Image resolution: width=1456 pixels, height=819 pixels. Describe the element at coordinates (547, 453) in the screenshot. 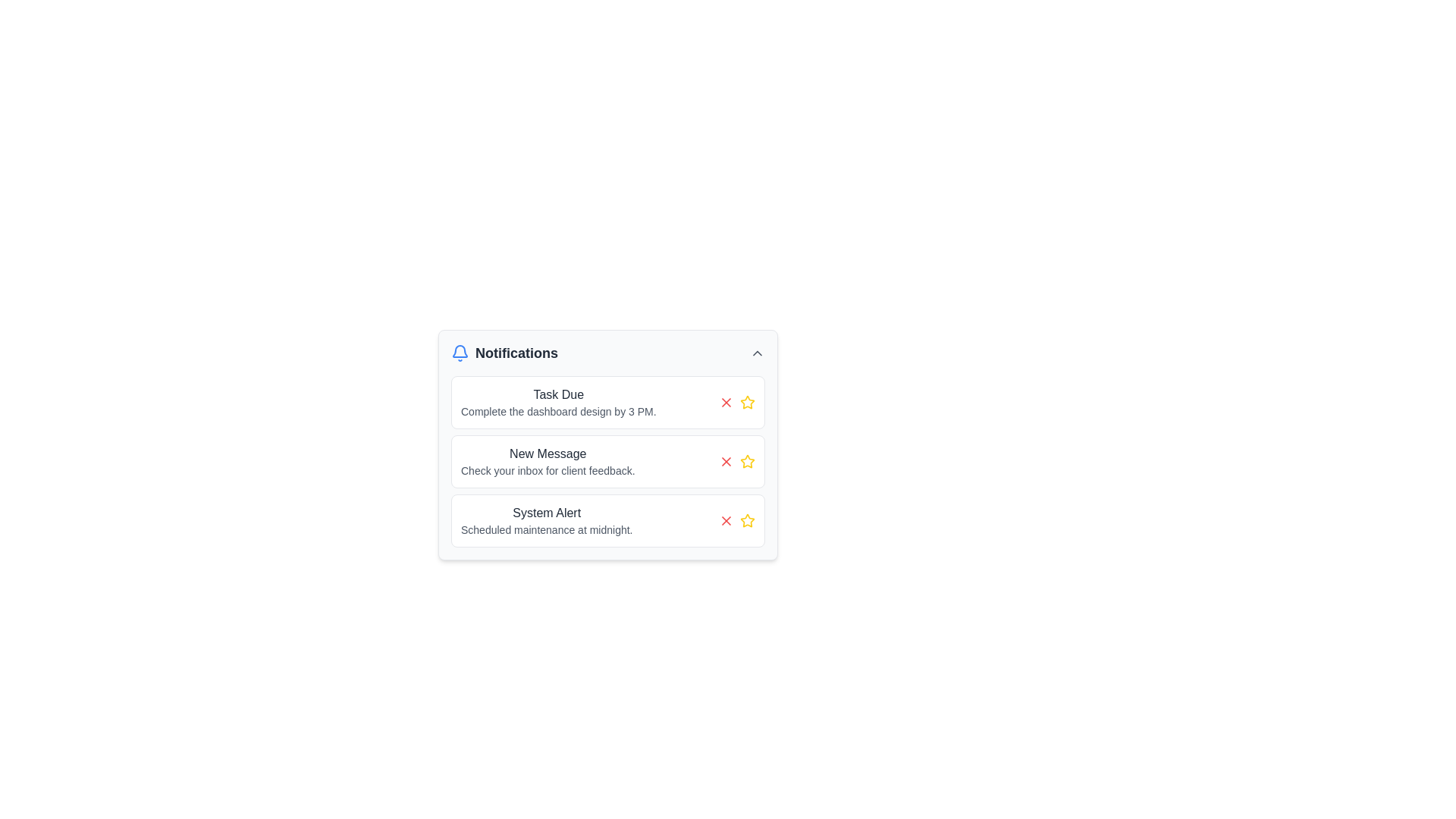

I see `the 'New Message' text label, which is the primary heading of the second notification item within the 'Notifications' card` at that location.